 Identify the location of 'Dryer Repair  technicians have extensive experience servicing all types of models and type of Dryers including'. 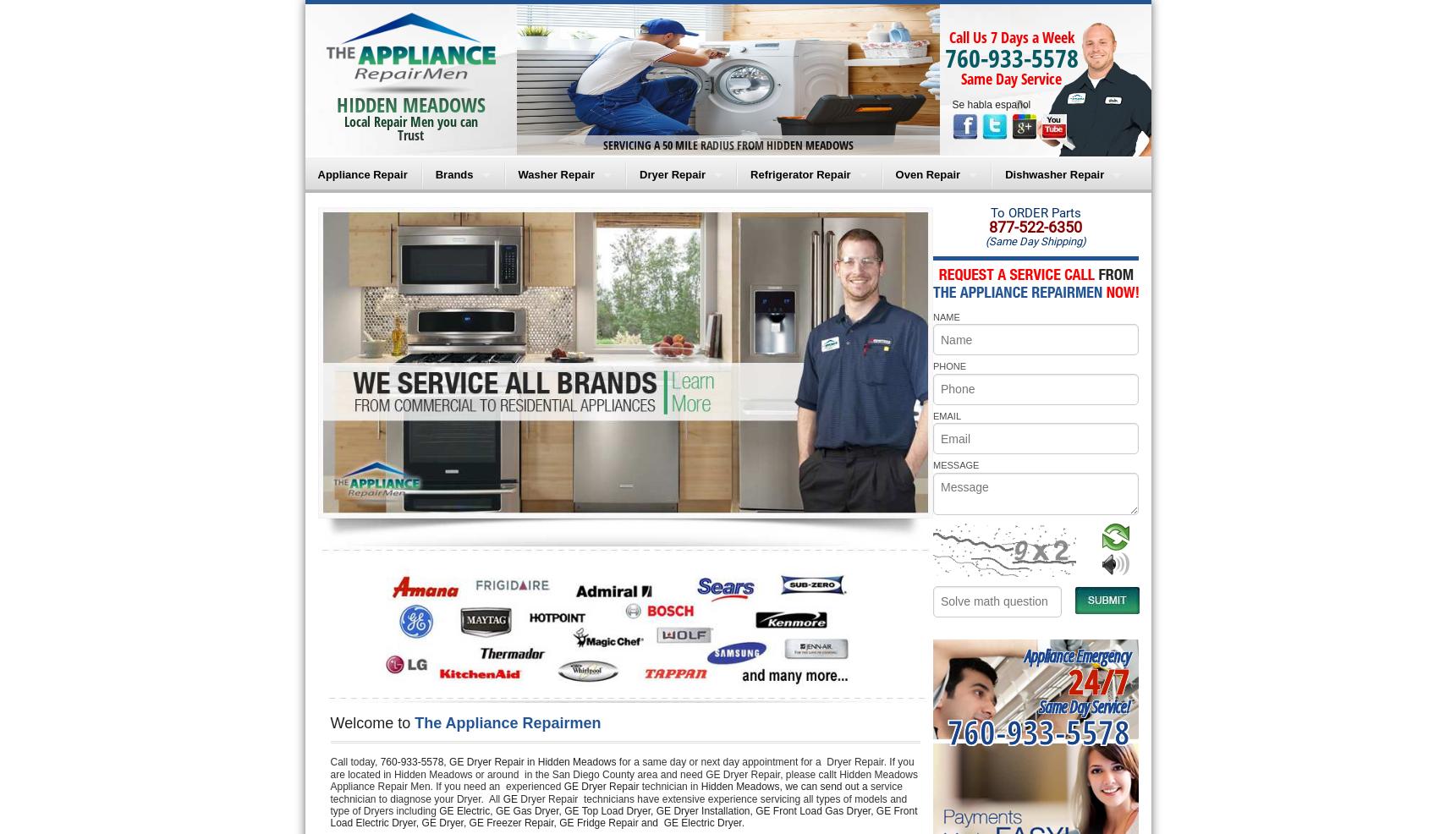
(329, 804).